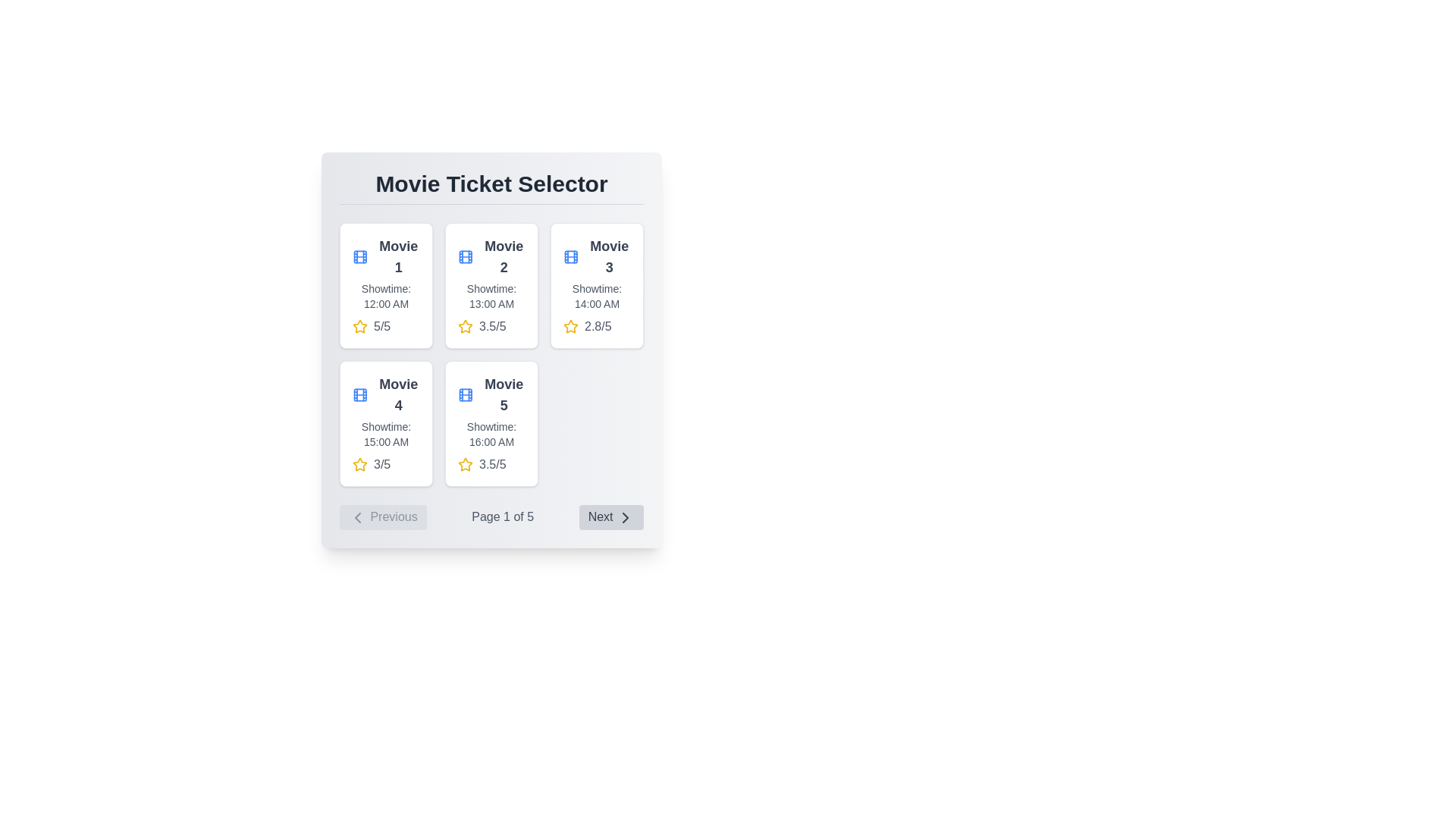 Image resolution: width=1456 pixels, height=819 pixels. I want to click on the yellow star icon representing a rating, located at the top-right of the third movie card, to perform related operations with adjacent elements, so click(570, 326).